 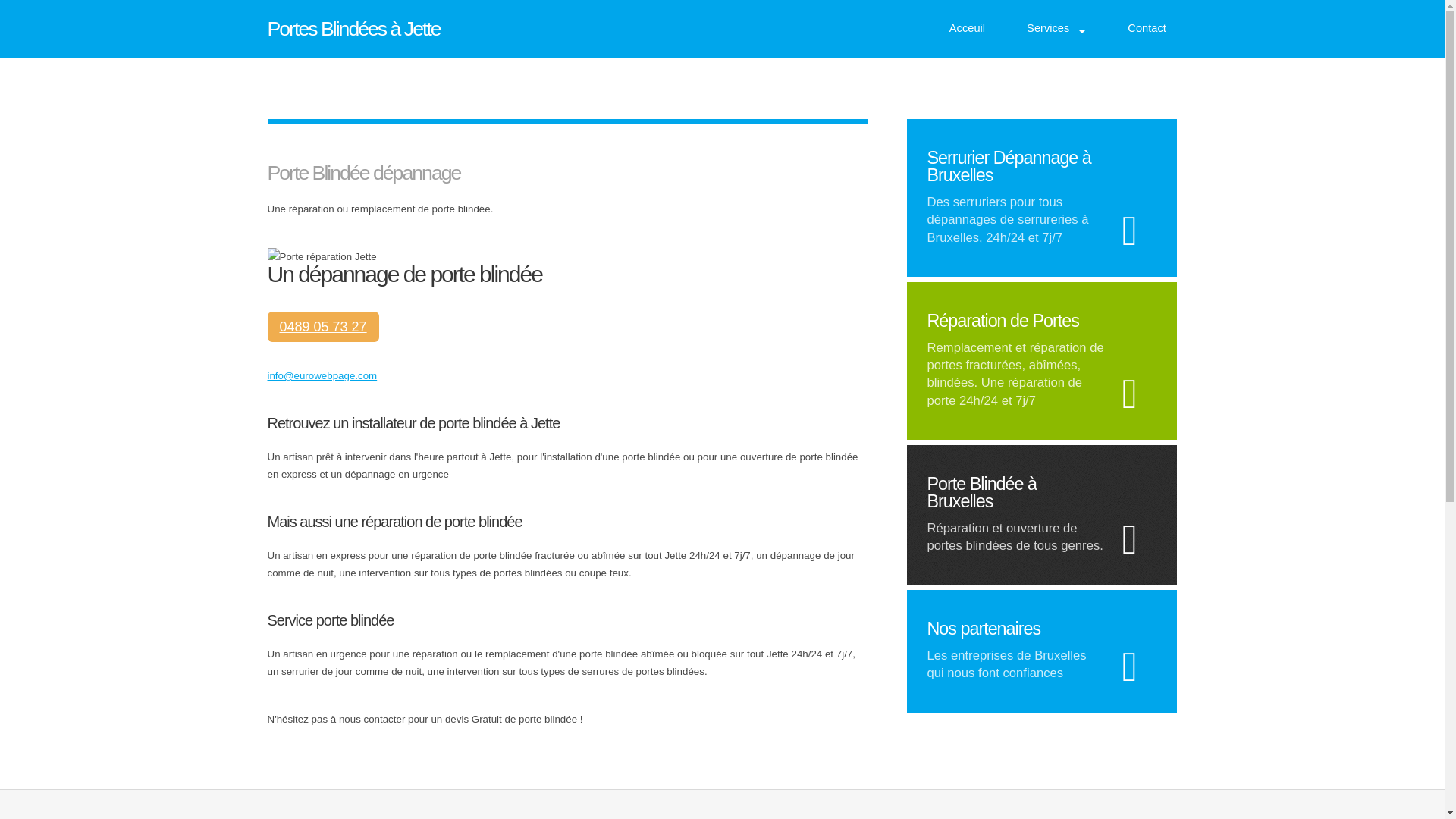 I want to click on 'Services', so click(x=1015, y=28).